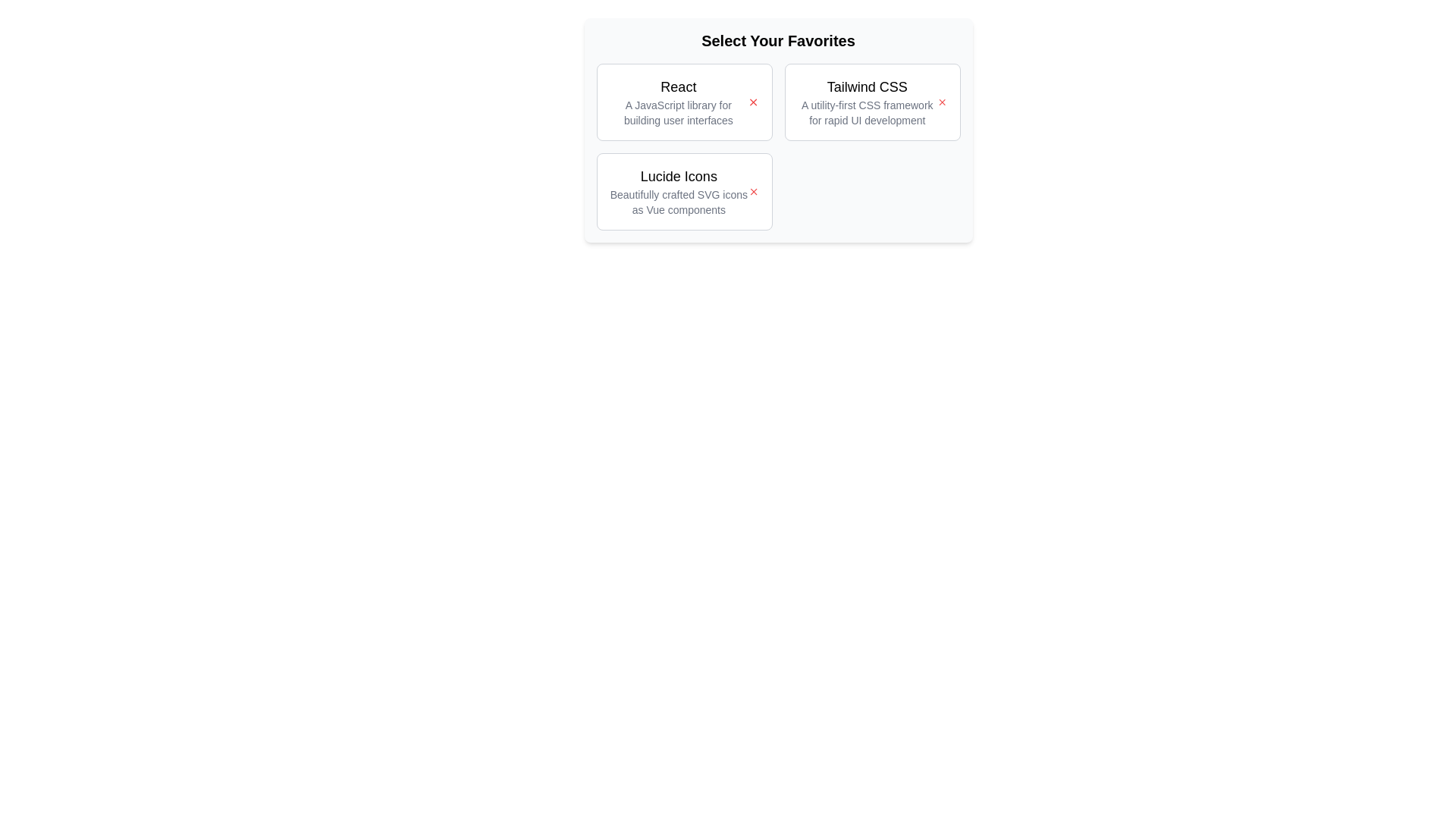 Image resolution: width=1456 pixels, height=819 pixels. I want to click on the description of the chip labeled React, so click(677, 102).